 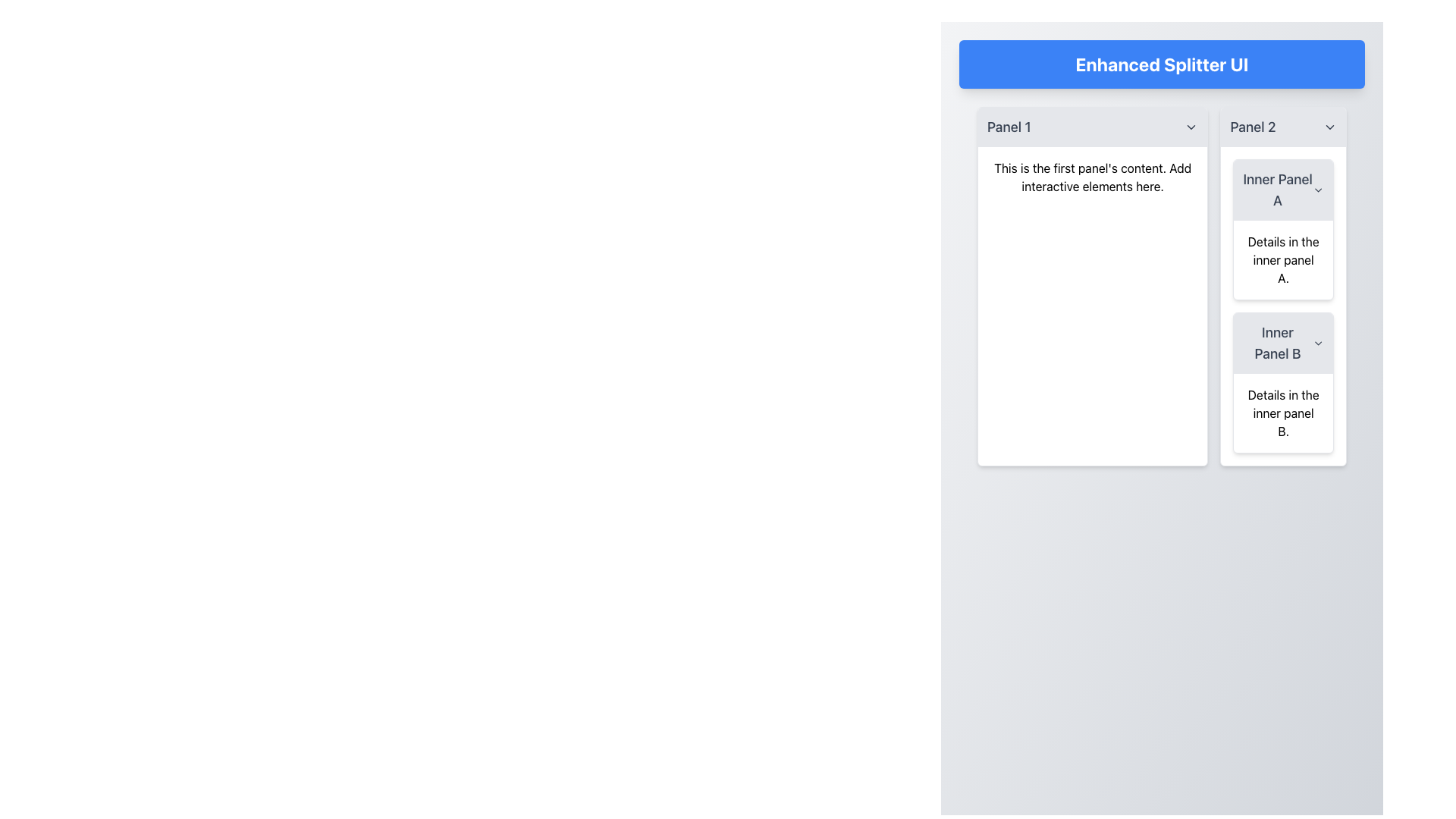 I want to click on the downward-pointing chevron icon styled in gray, located at the far-right end of the 'Panel 2' header bar, so click(x=1329, y=127).